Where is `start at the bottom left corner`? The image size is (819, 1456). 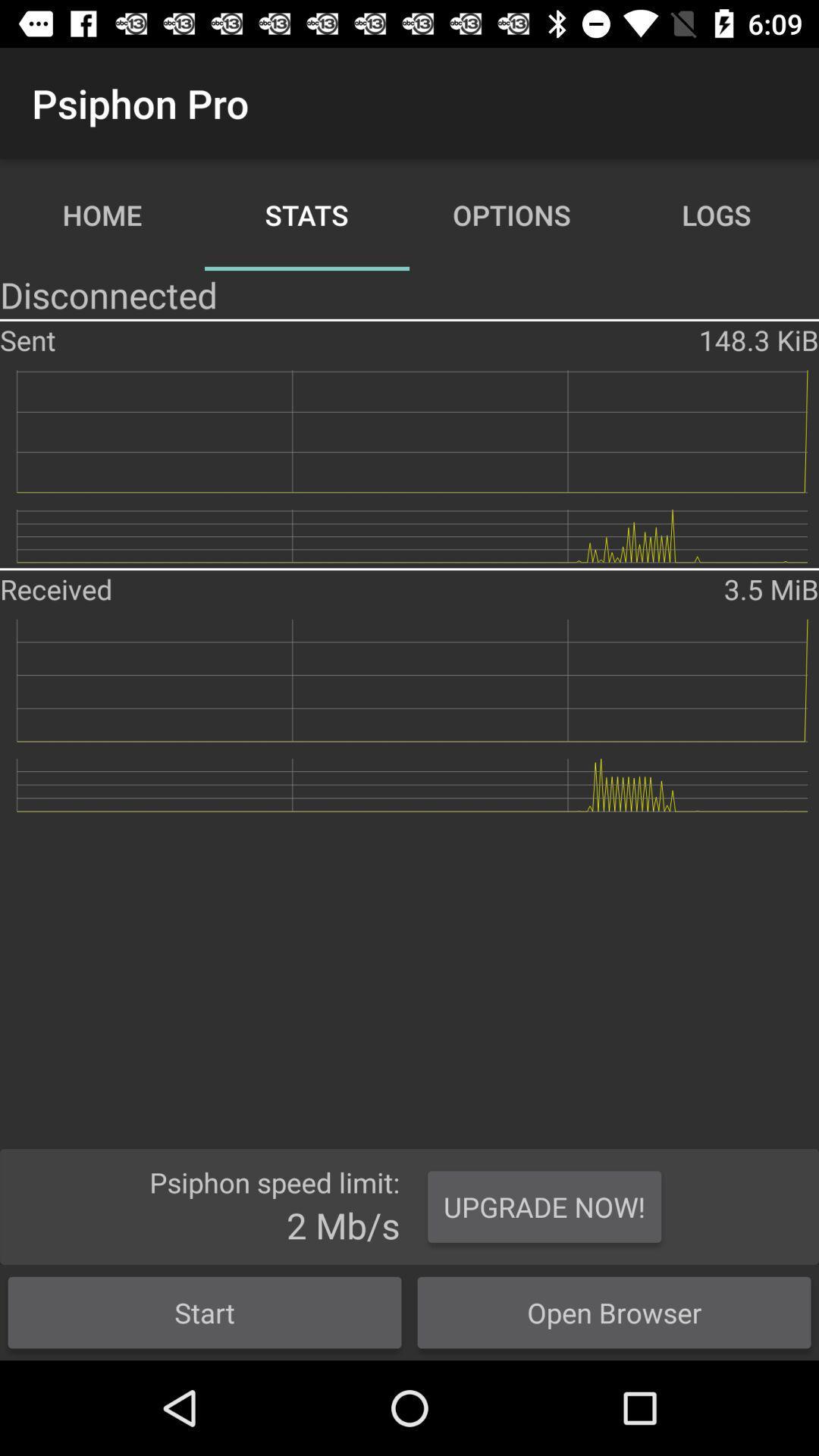
start at the bottom left corner is located at coordinates (205, 1312).